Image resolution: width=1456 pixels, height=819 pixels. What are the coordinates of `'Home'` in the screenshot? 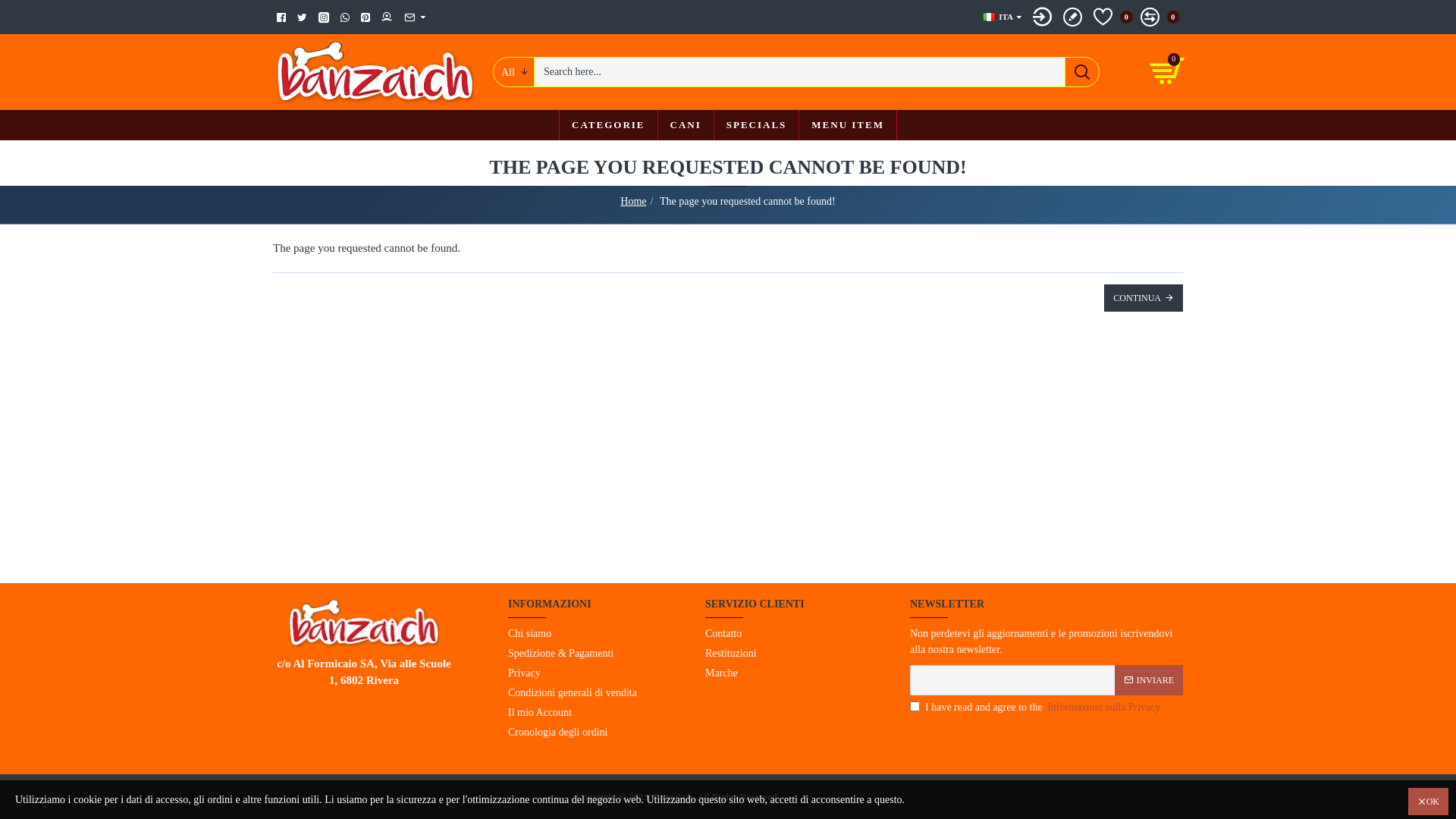 It's located at (620, 200).